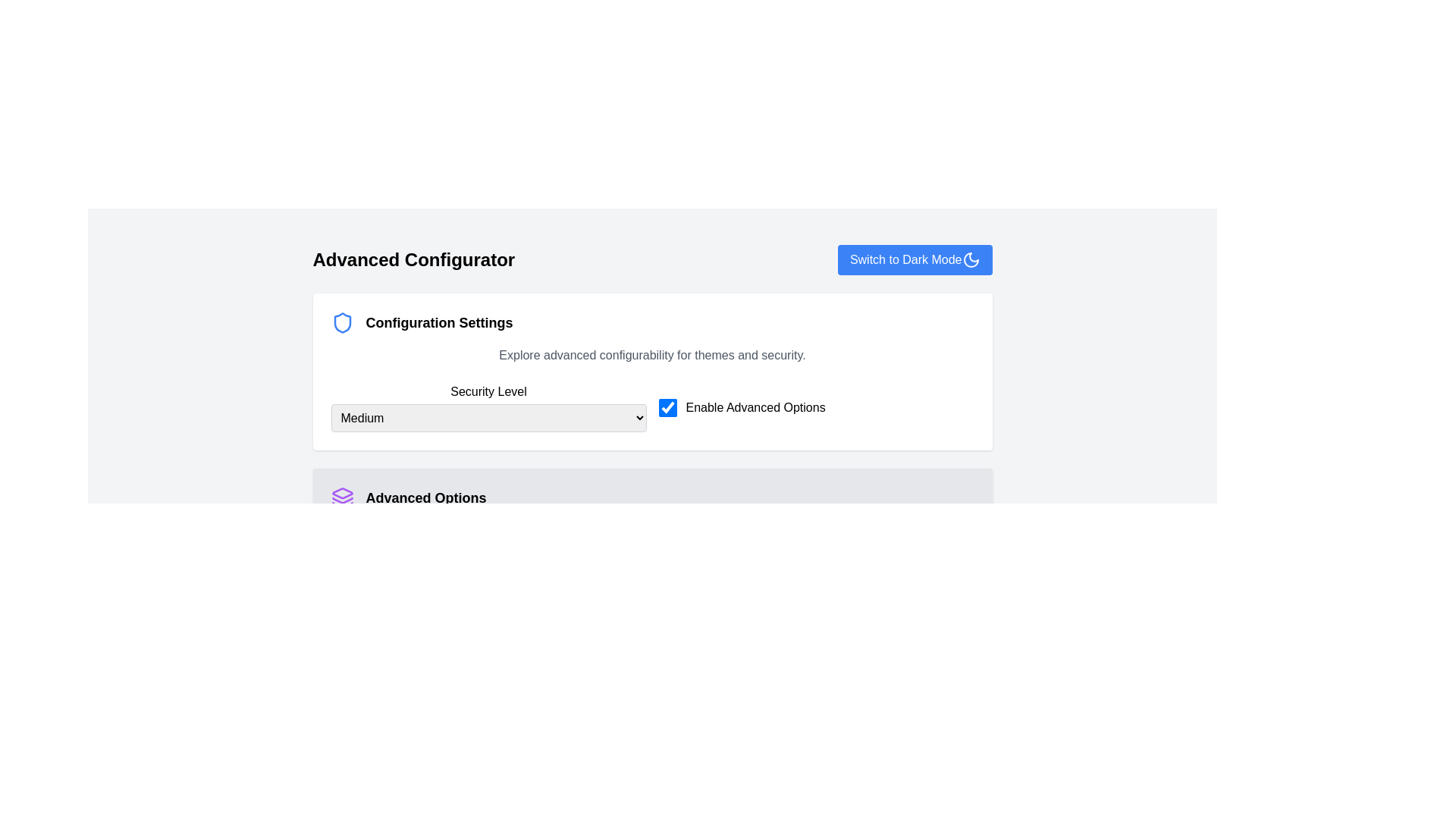  What do you see at coordinates (755, 406) in the screenshot?
I see `the descriptive label located to the right of the checkbox within the 'Configuration Settings' panel` at bounding box center [755, 406].